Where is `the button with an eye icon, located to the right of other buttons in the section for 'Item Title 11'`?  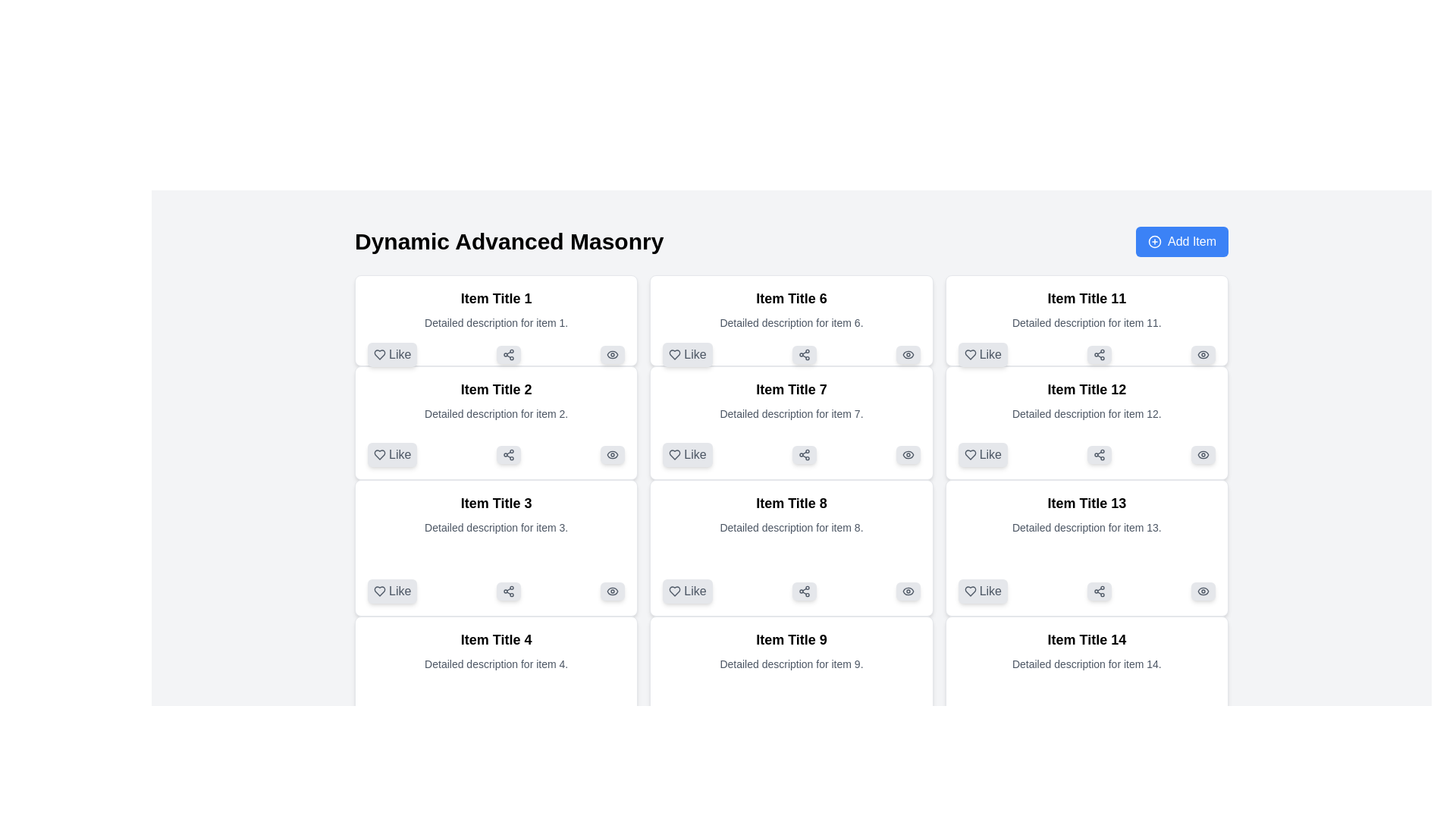
the button with an eye icon, located to the right of other buttons in the section for 'Item Title 11' is located at coordinates (1203, 354).